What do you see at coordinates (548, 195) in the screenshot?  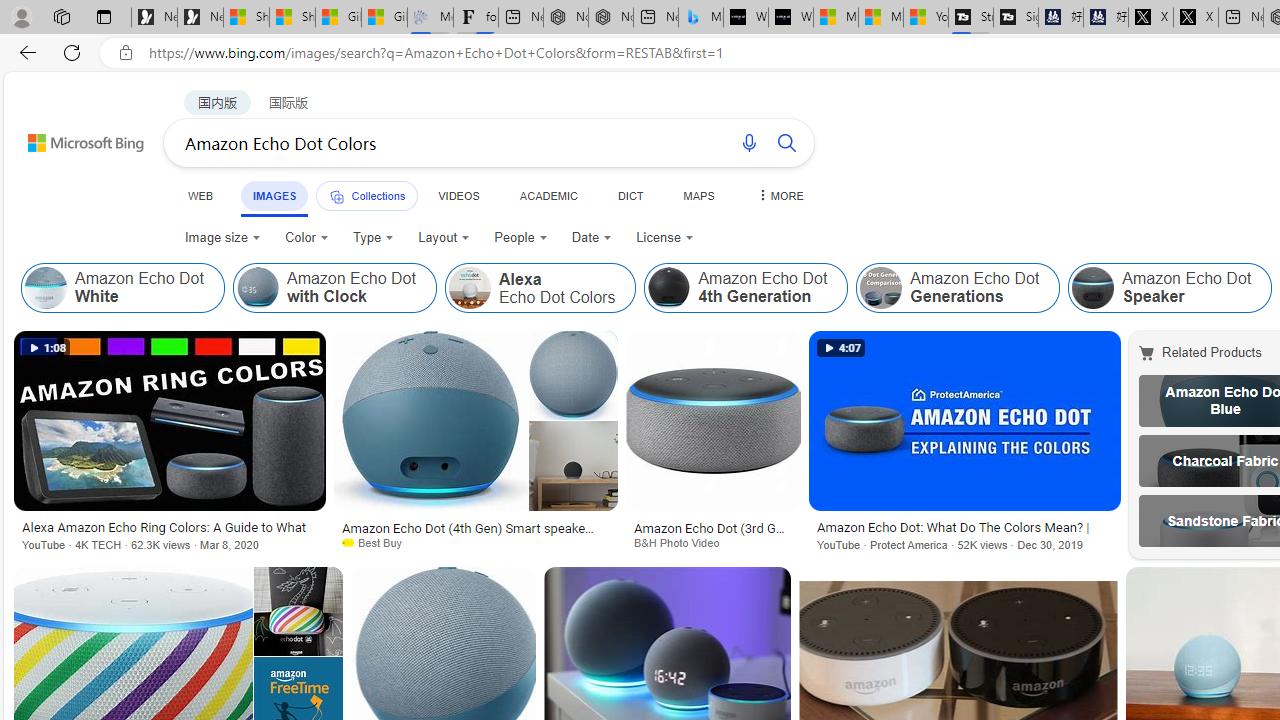 I see `'ACADEMIC'` at bounding box center [548, 195].